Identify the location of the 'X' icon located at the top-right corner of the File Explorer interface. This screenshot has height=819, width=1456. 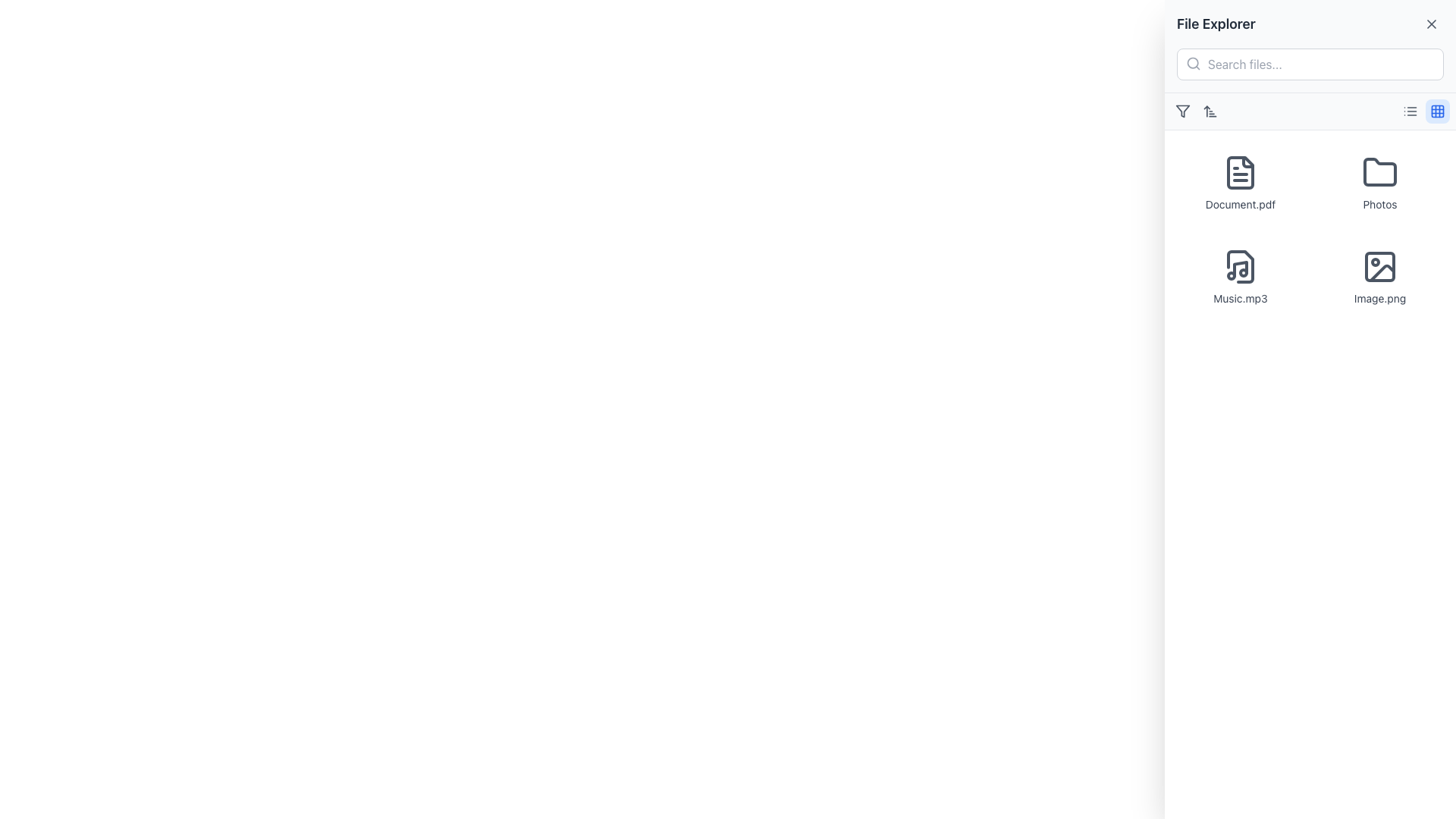
(1430, 24).